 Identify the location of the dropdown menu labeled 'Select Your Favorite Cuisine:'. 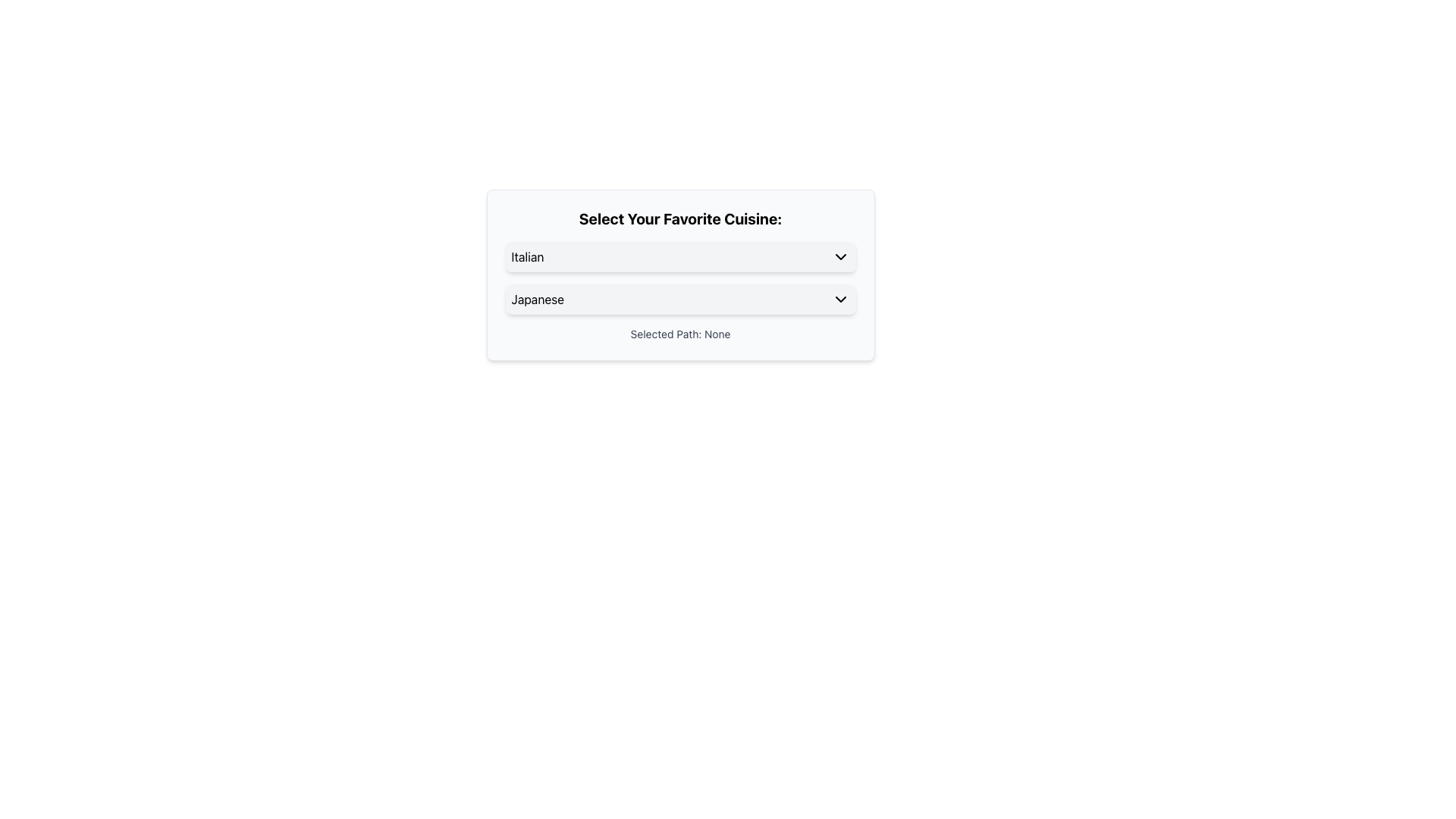
(679, 278).